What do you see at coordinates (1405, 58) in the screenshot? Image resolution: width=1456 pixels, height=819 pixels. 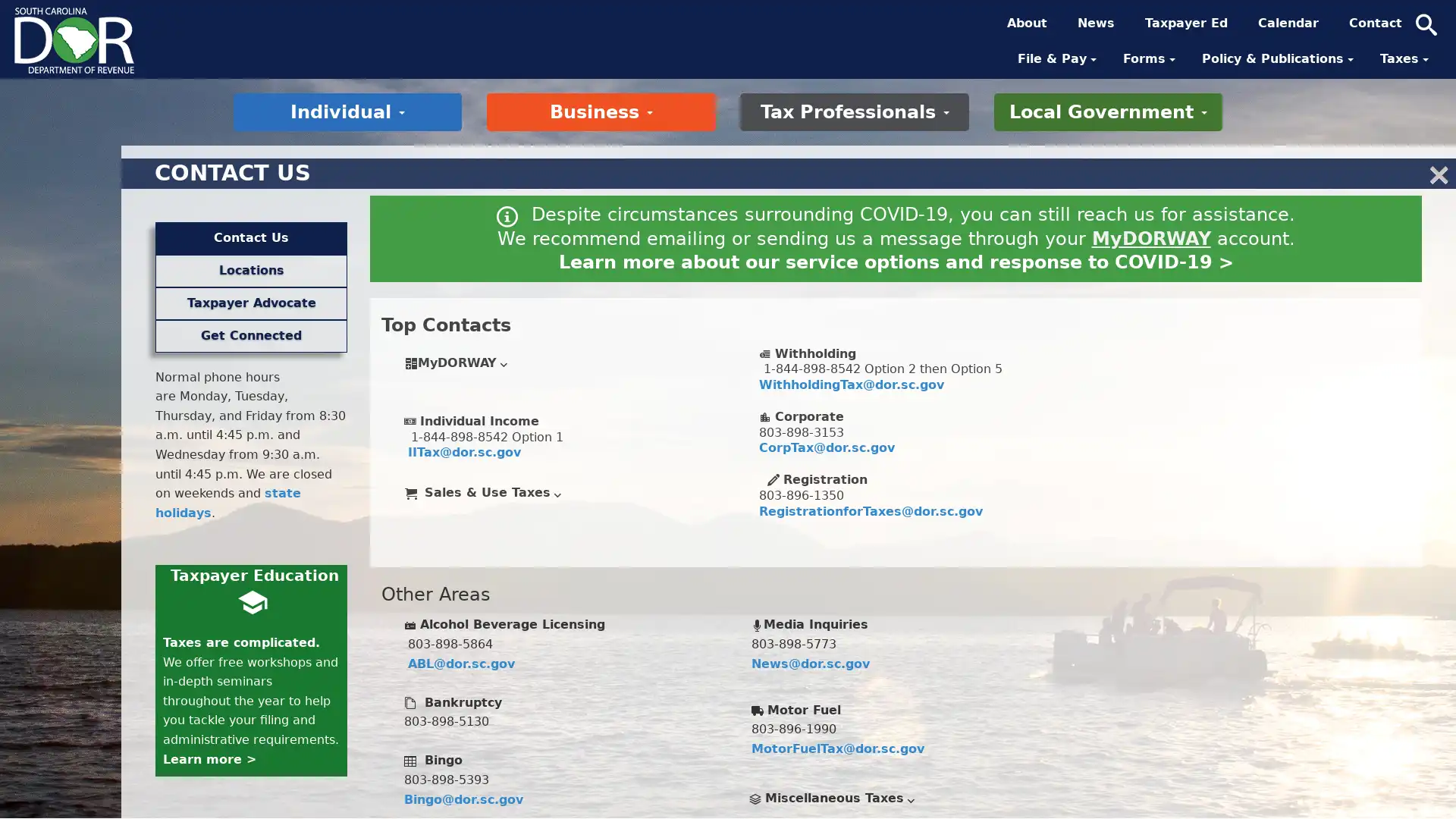 I see `Taxes` at bounding box center [1405, 58].